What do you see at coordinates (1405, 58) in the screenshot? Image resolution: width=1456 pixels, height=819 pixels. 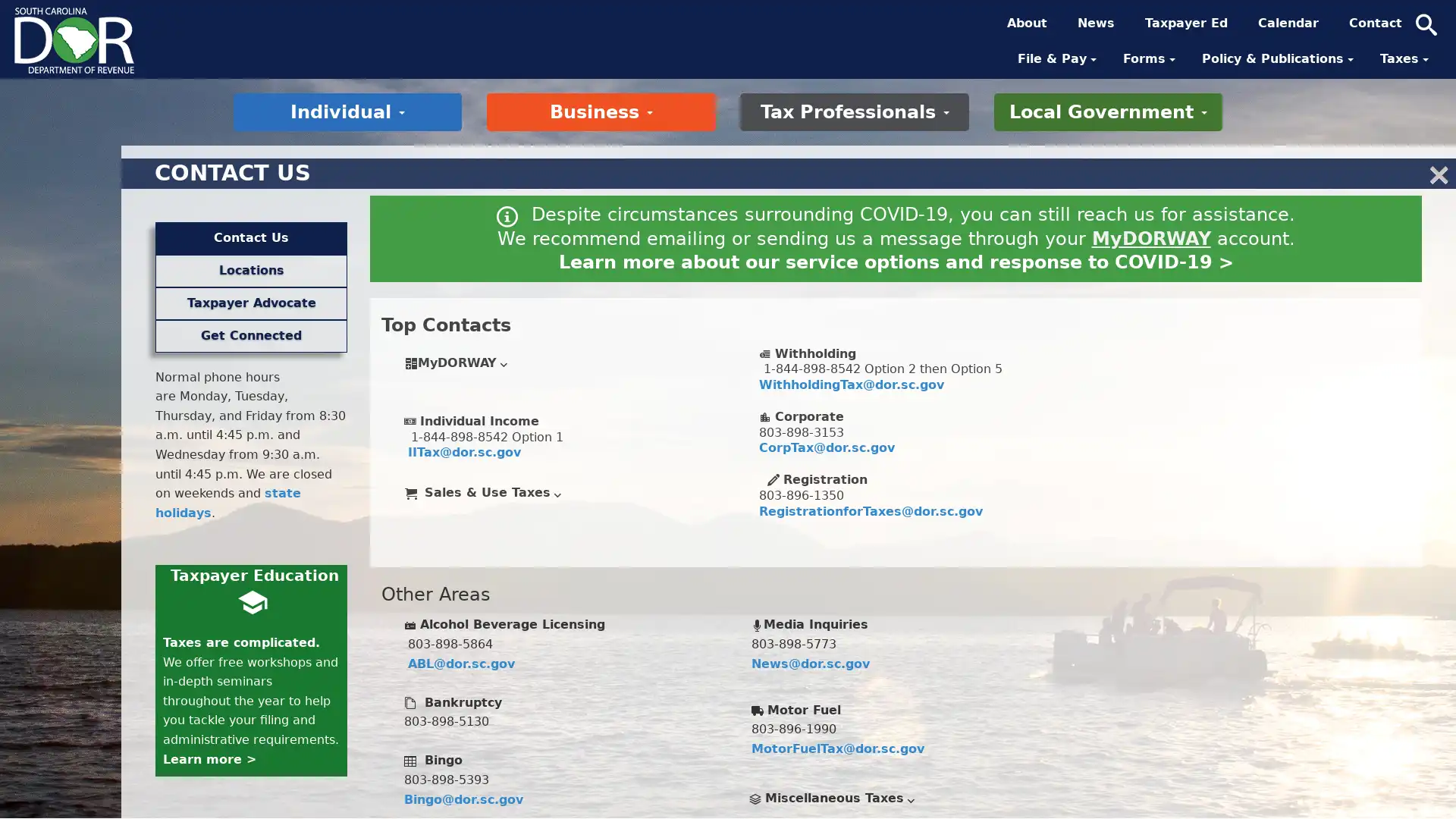 I see `Taxes` at bounding box center [1405, 58].